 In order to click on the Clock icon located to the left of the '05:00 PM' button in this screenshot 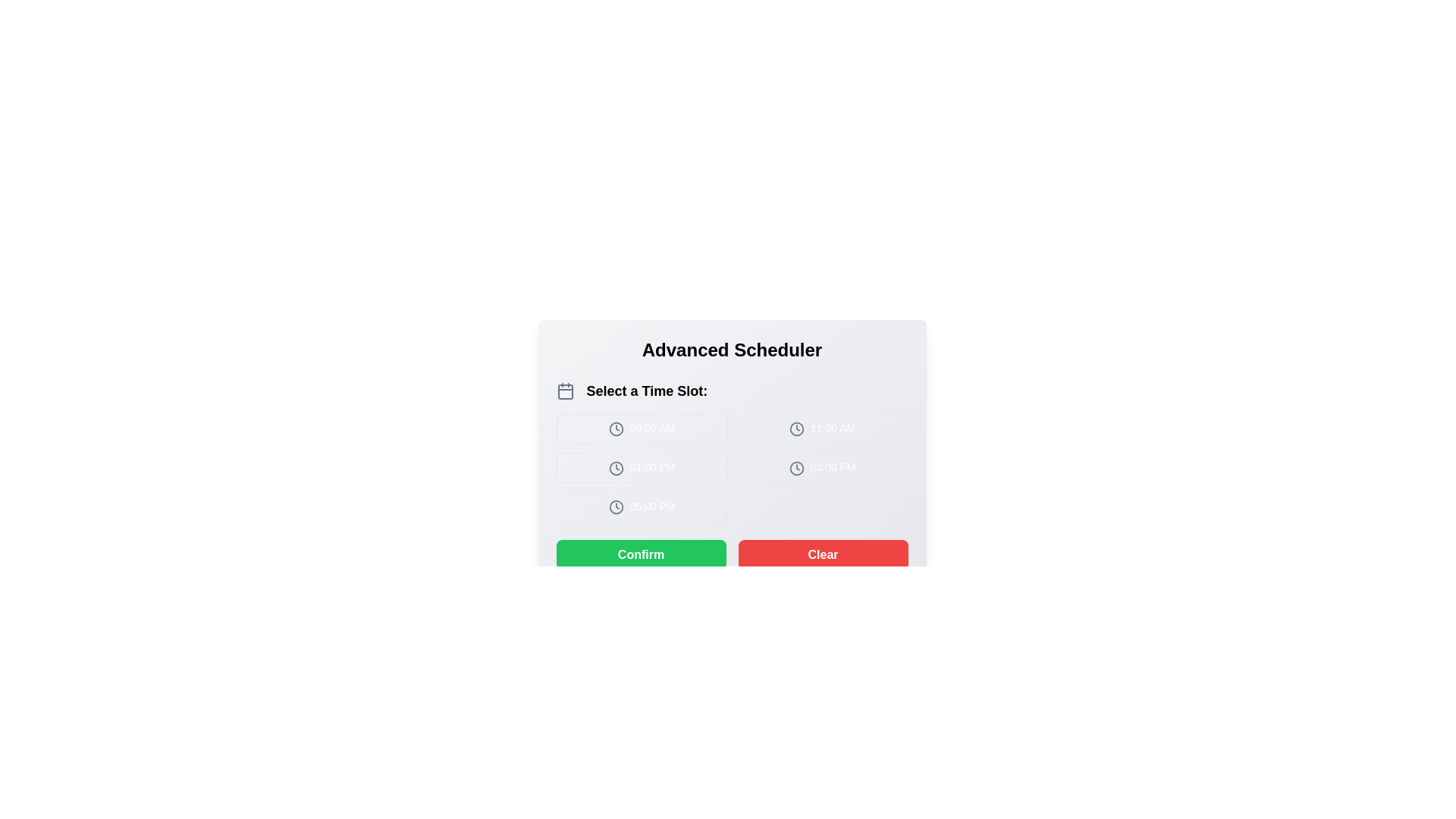, I will do `click(616, 507)`.